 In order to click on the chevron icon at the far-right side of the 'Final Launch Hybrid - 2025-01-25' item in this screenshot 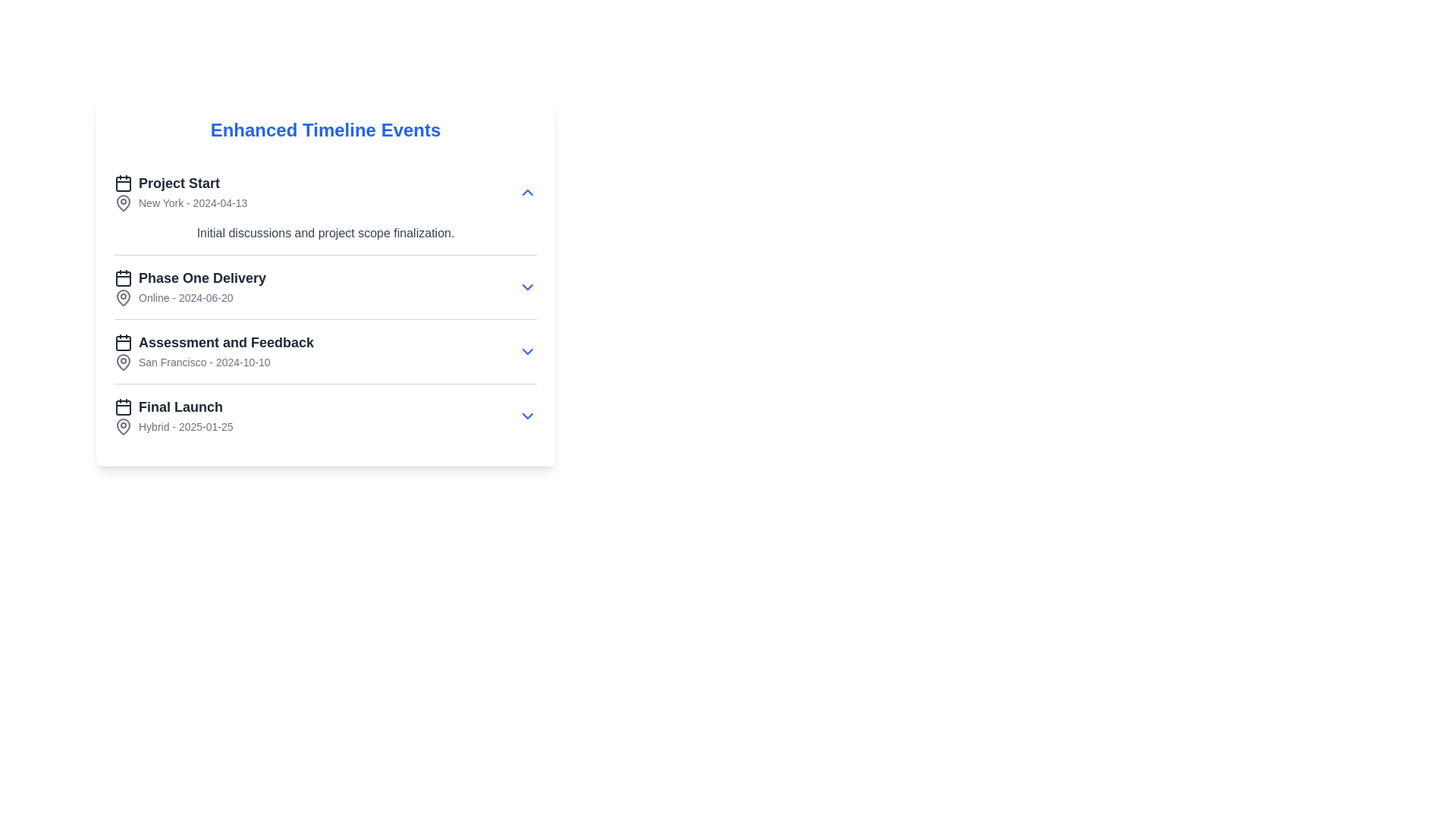, I will do `click(528, 416)`.